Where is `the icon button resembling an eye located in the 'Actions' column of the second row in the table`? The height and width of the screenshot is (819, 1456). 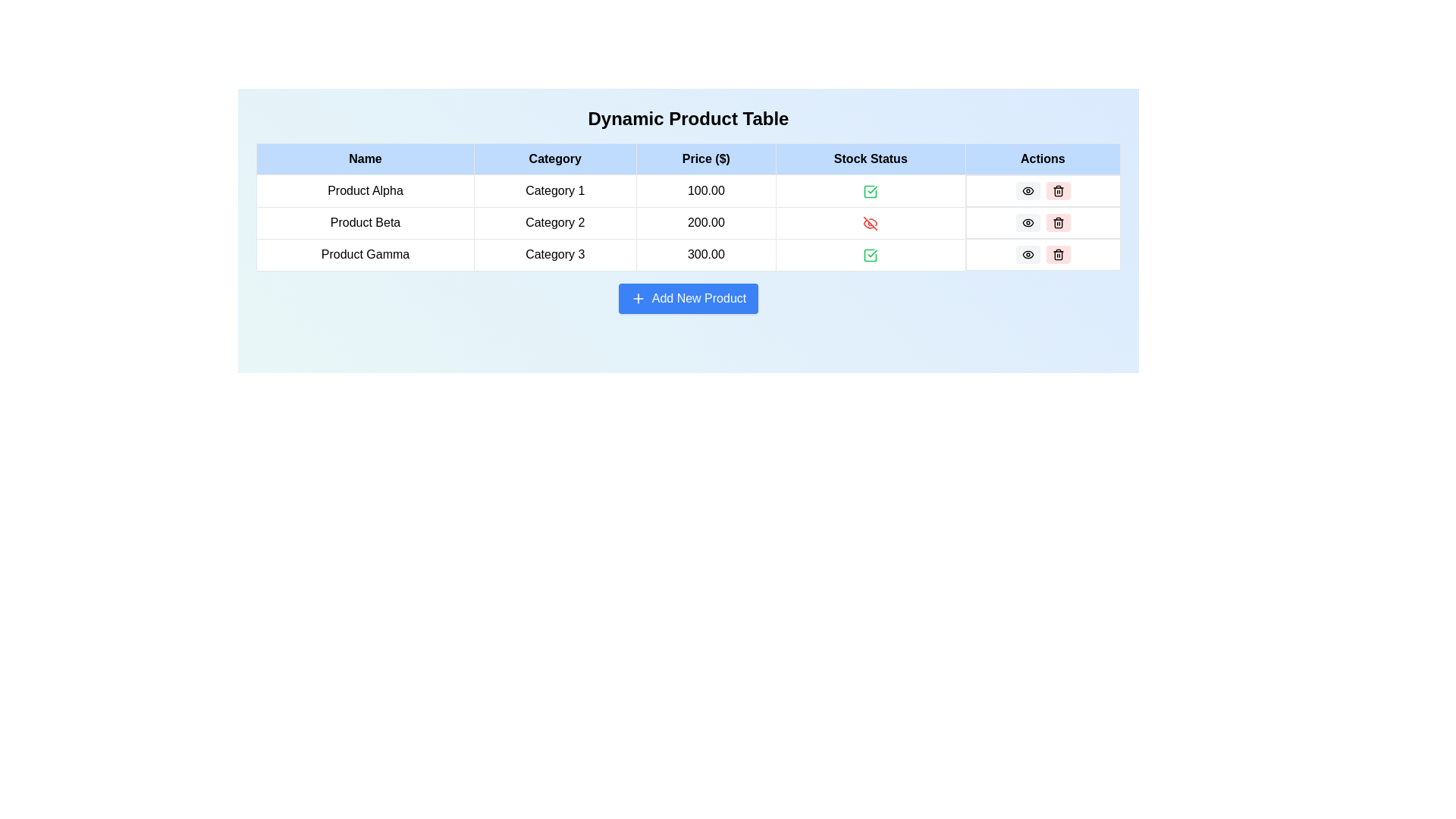
the icon button resembling an eye located in the 'Actions' column of the second row in the table is located at coordinates (1028, 190).